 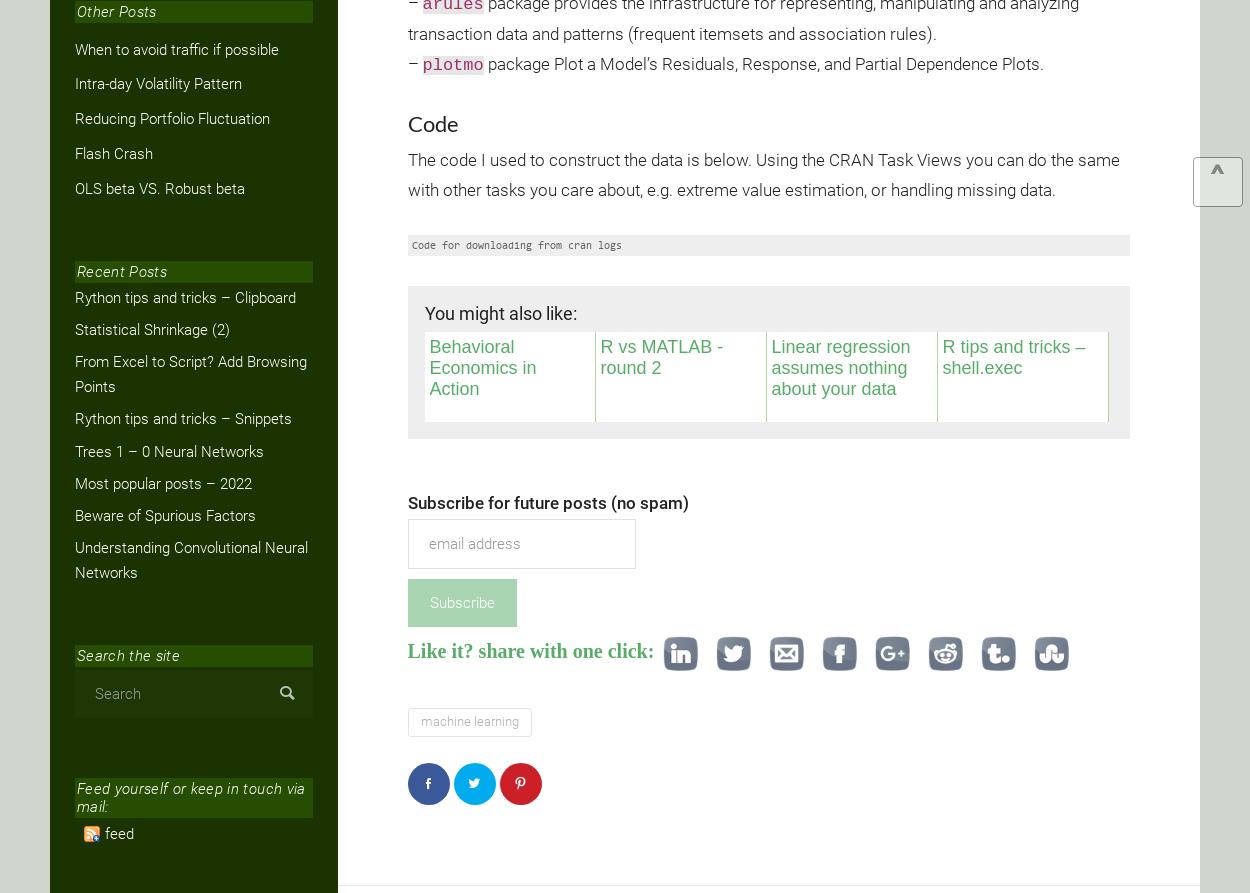 What do you see at coordinates (118, 831) in the screenshot?
I see `'feed'` at bounding box center [118, 831].